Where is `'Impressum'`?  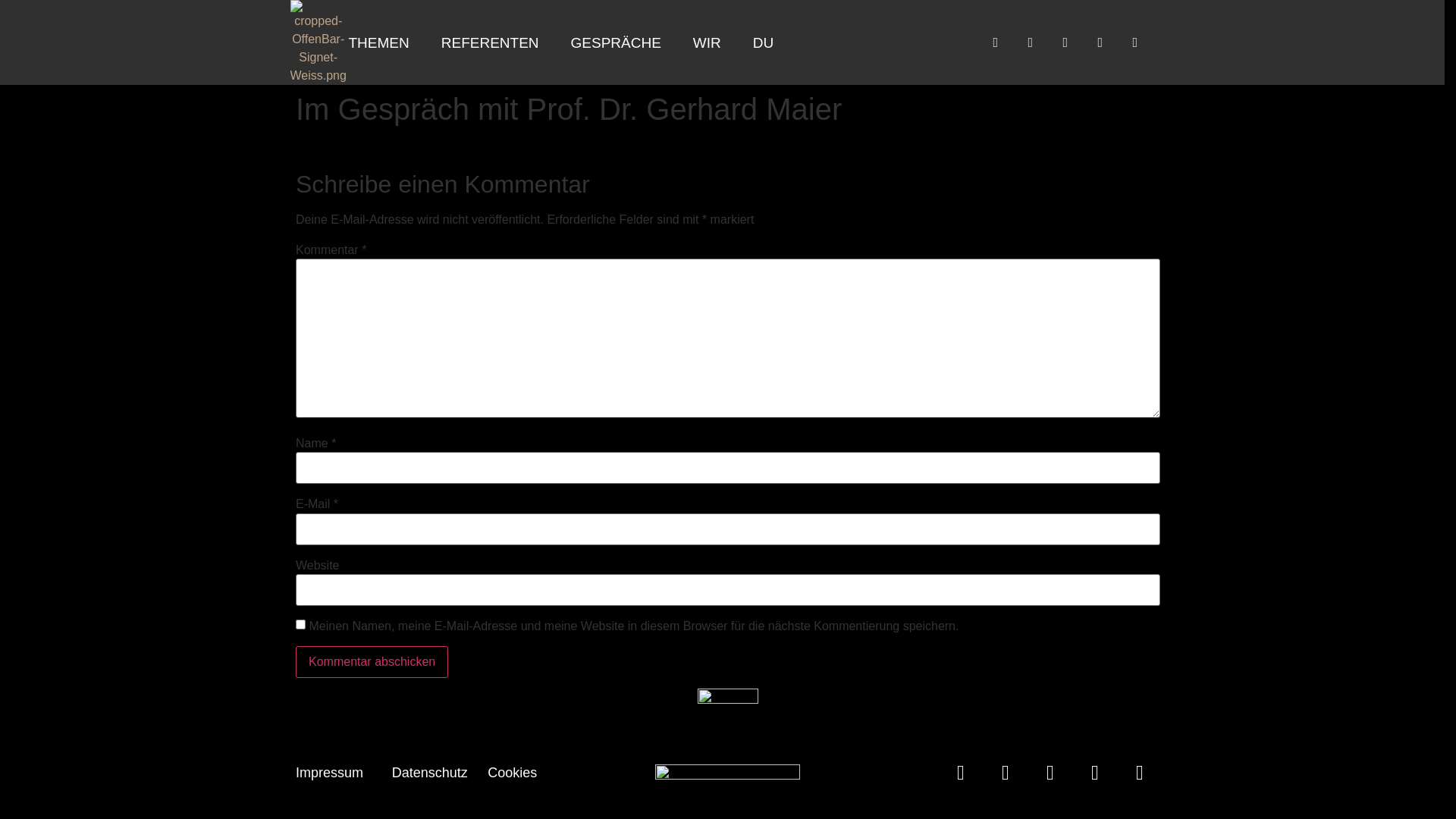
'Impressum' is located at coordinates (328, 772).